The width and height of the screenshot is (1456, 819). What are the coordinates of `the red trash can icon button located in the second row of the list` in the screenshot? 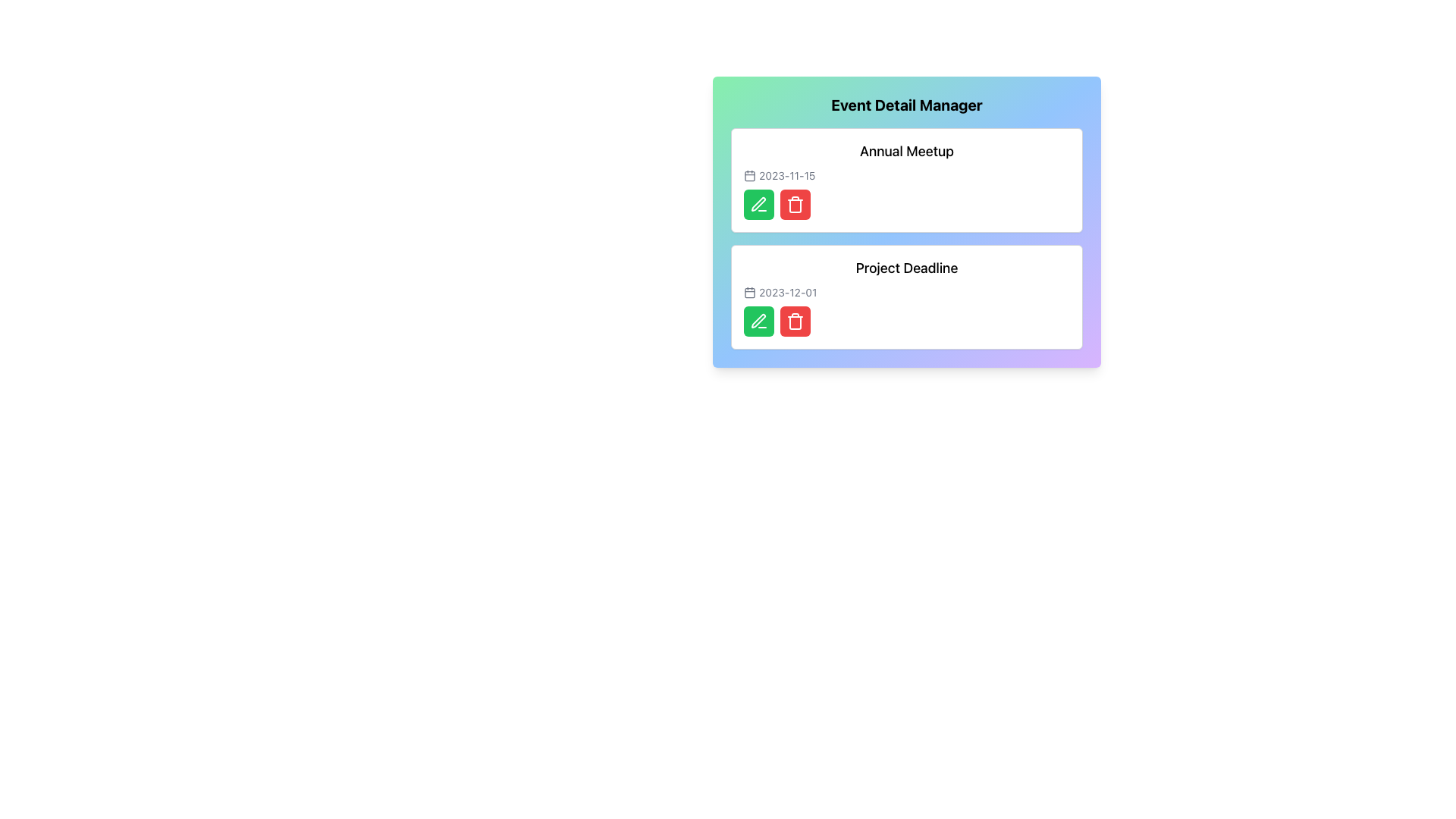 It's located at (795, 205).